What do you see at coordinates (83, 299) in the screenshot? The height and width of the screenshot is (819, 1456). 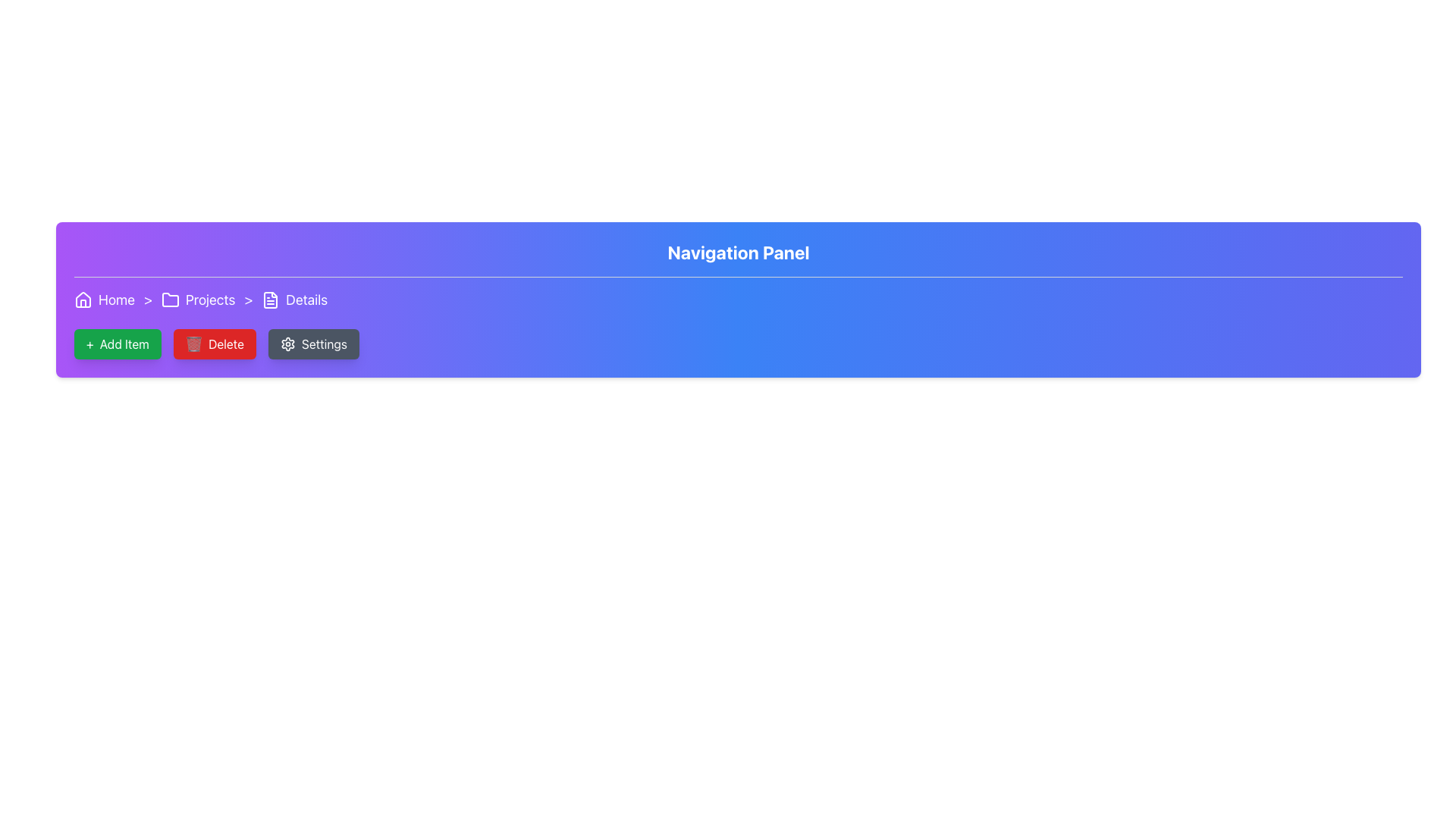 I see `the house-shaped icon in the breadcrumb navigation bar located to the left of the 'Home' text link` at bounding box center [83, 299].